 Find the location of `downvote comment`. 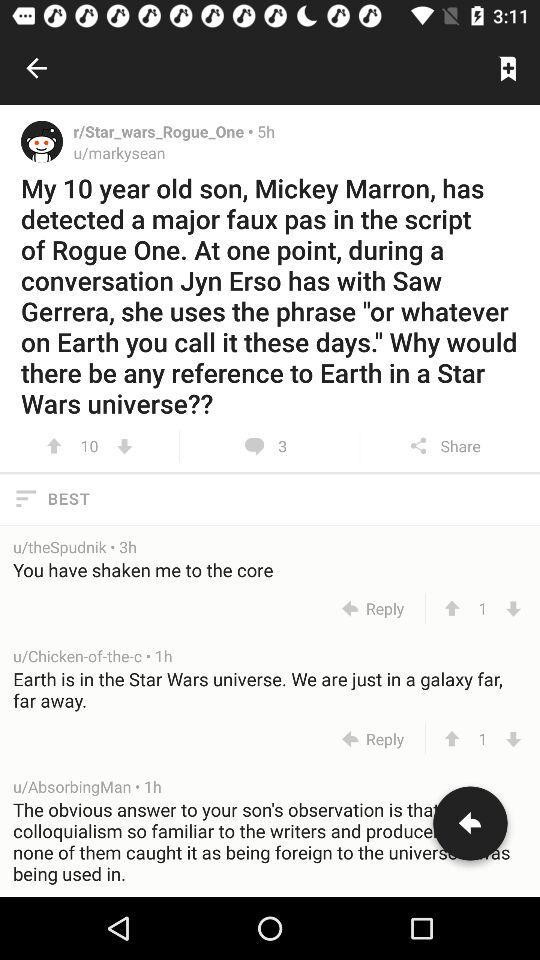

downvote comment is located at coordinates (513, 607).